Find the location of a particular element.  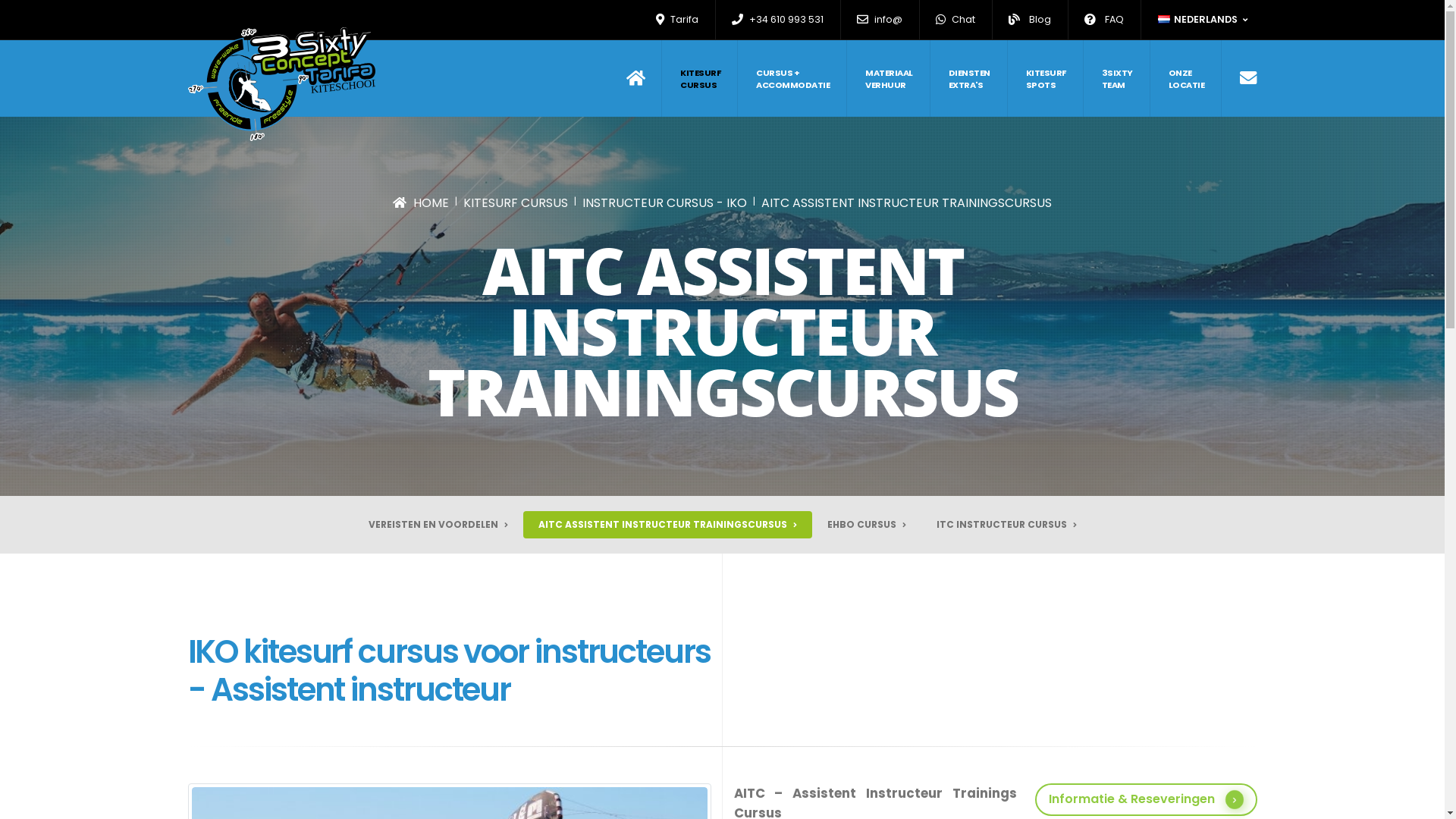

'VEREISTEN EN VOORDELEN' is located at coordinates (437, 523).